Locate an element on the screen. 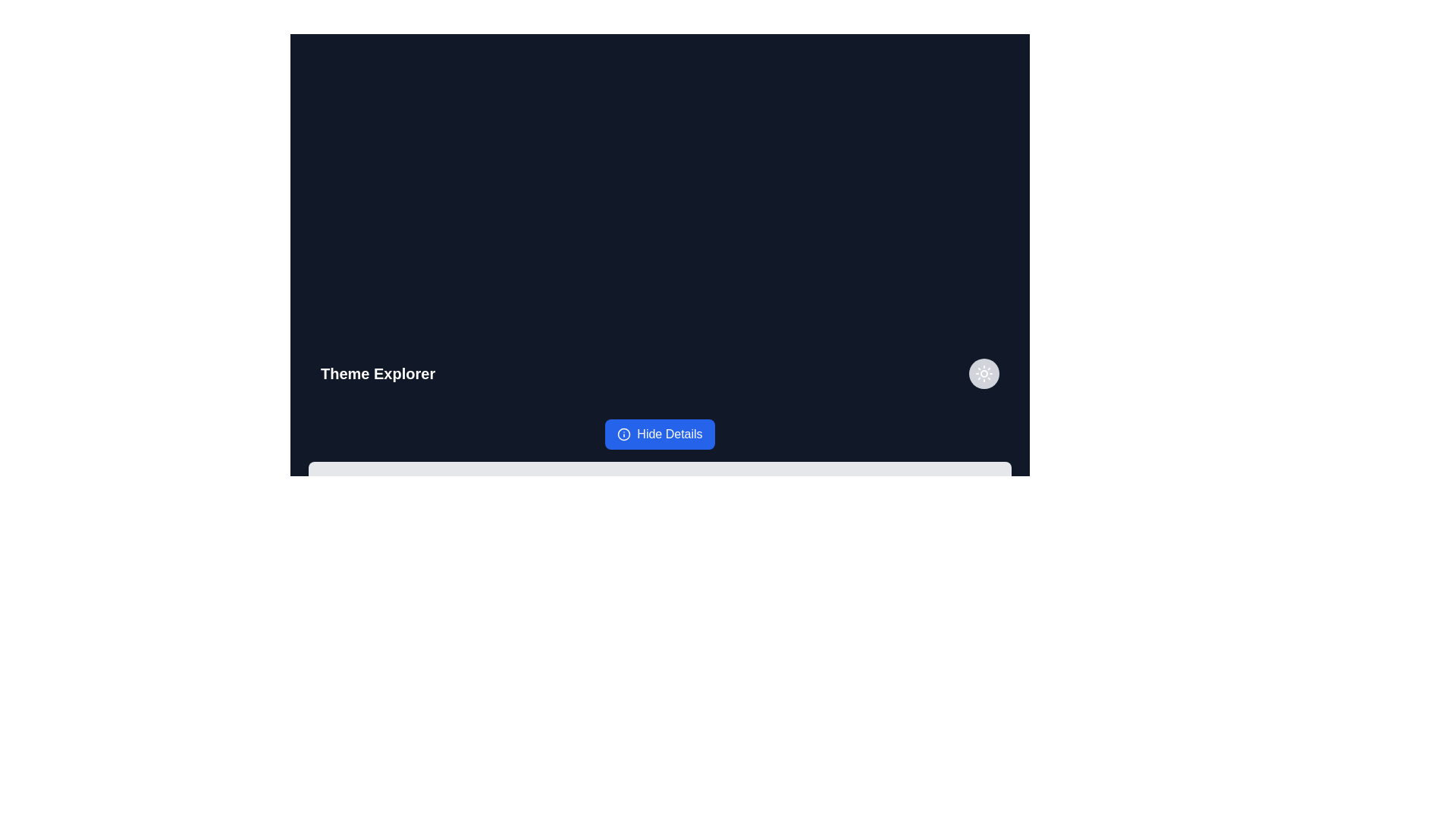  the icon located to the left of the 'Hide Details' button with a blue background and white text, which is situated at the bottom center of the interface is located at coordinates (624, 435).